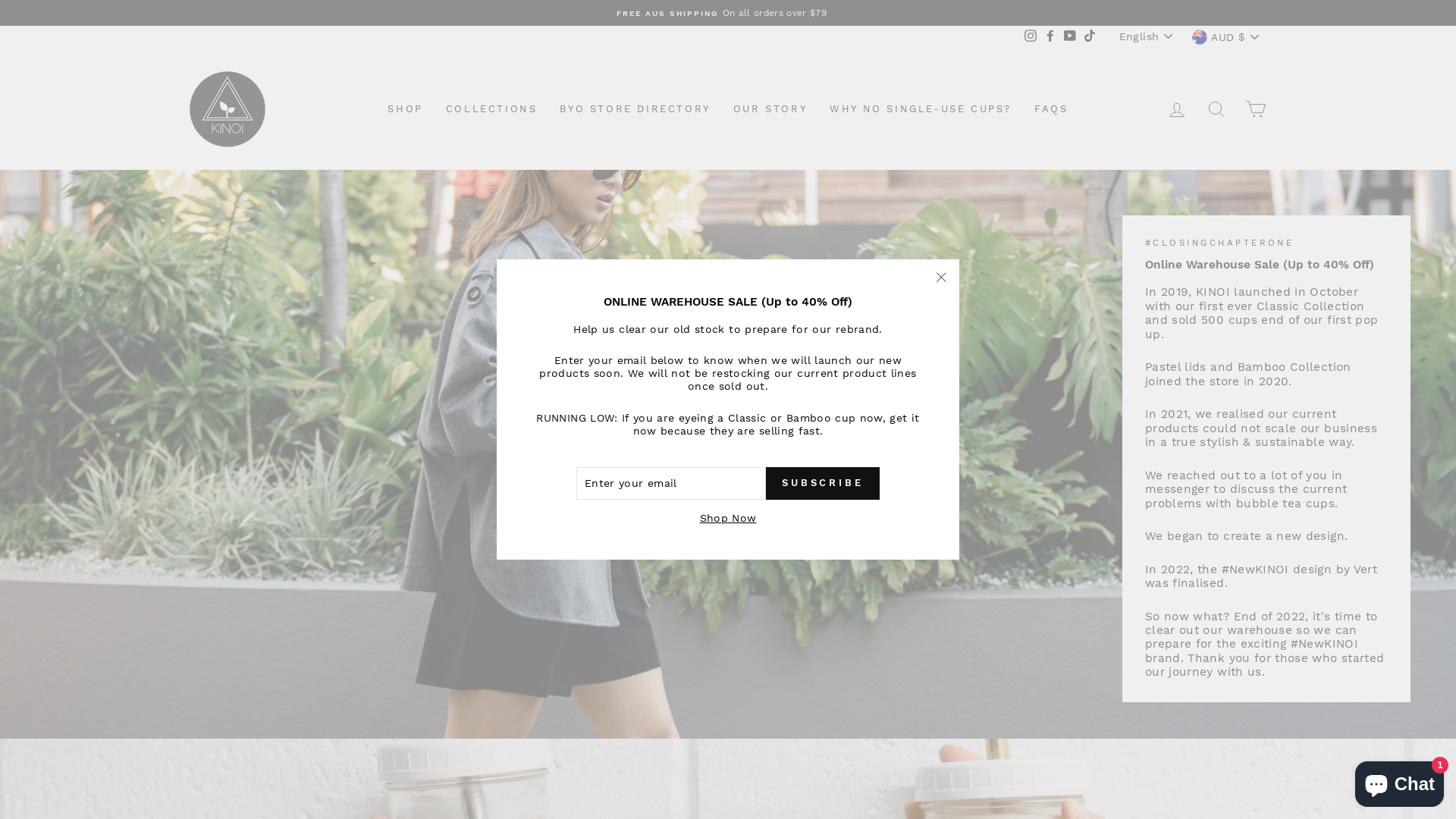  What do you see at coordinates (1226, 36) in the screenshot?
I see `'AUD $'` at bounding box center [1226, 36].